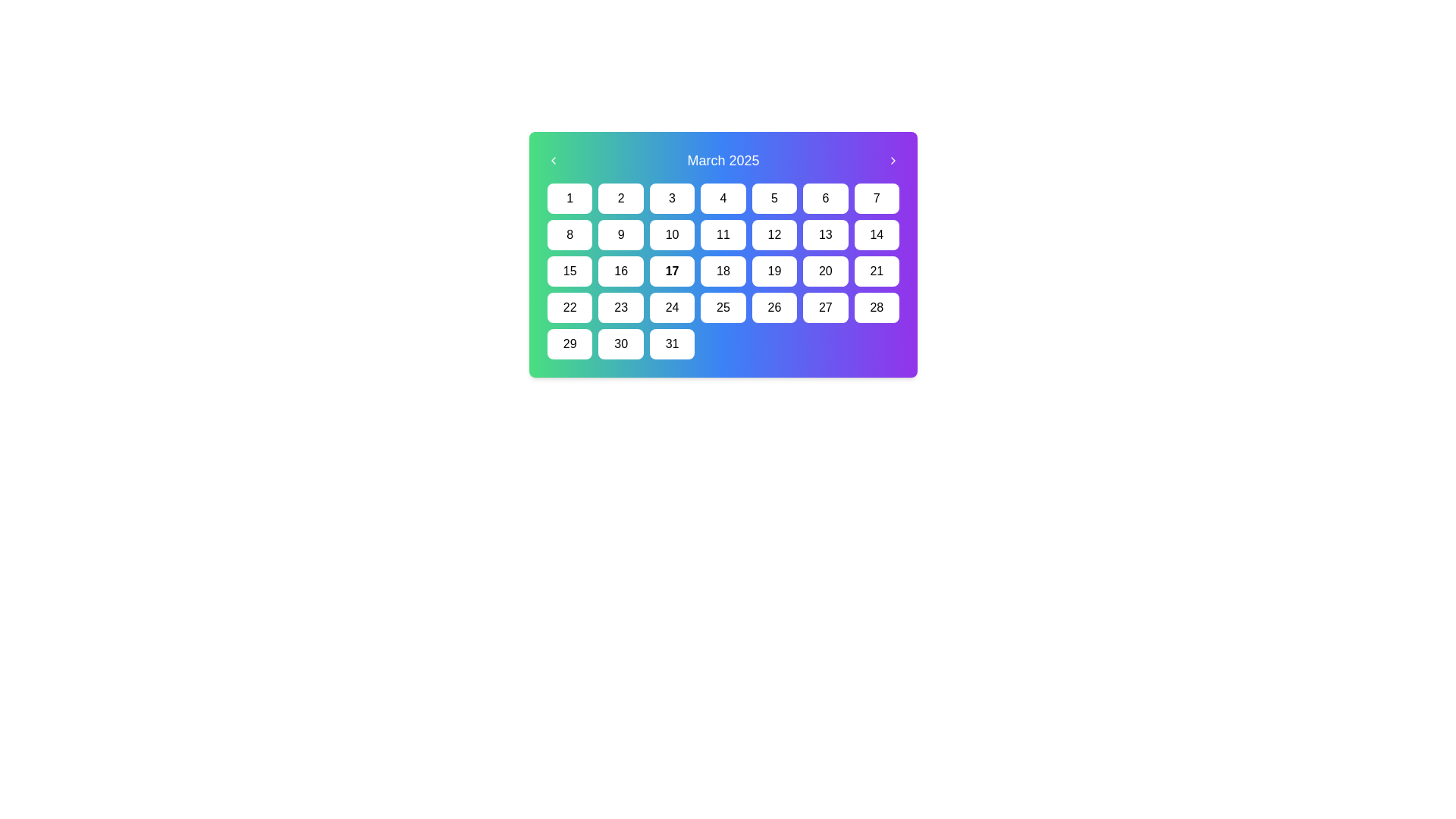 The width and height of the screenshot is (1456, 819). I want to click on to select the Calendar Date Box displaying the number '30', which is a white rounded rectangular box with a black number centered within it, so click(621, 344).